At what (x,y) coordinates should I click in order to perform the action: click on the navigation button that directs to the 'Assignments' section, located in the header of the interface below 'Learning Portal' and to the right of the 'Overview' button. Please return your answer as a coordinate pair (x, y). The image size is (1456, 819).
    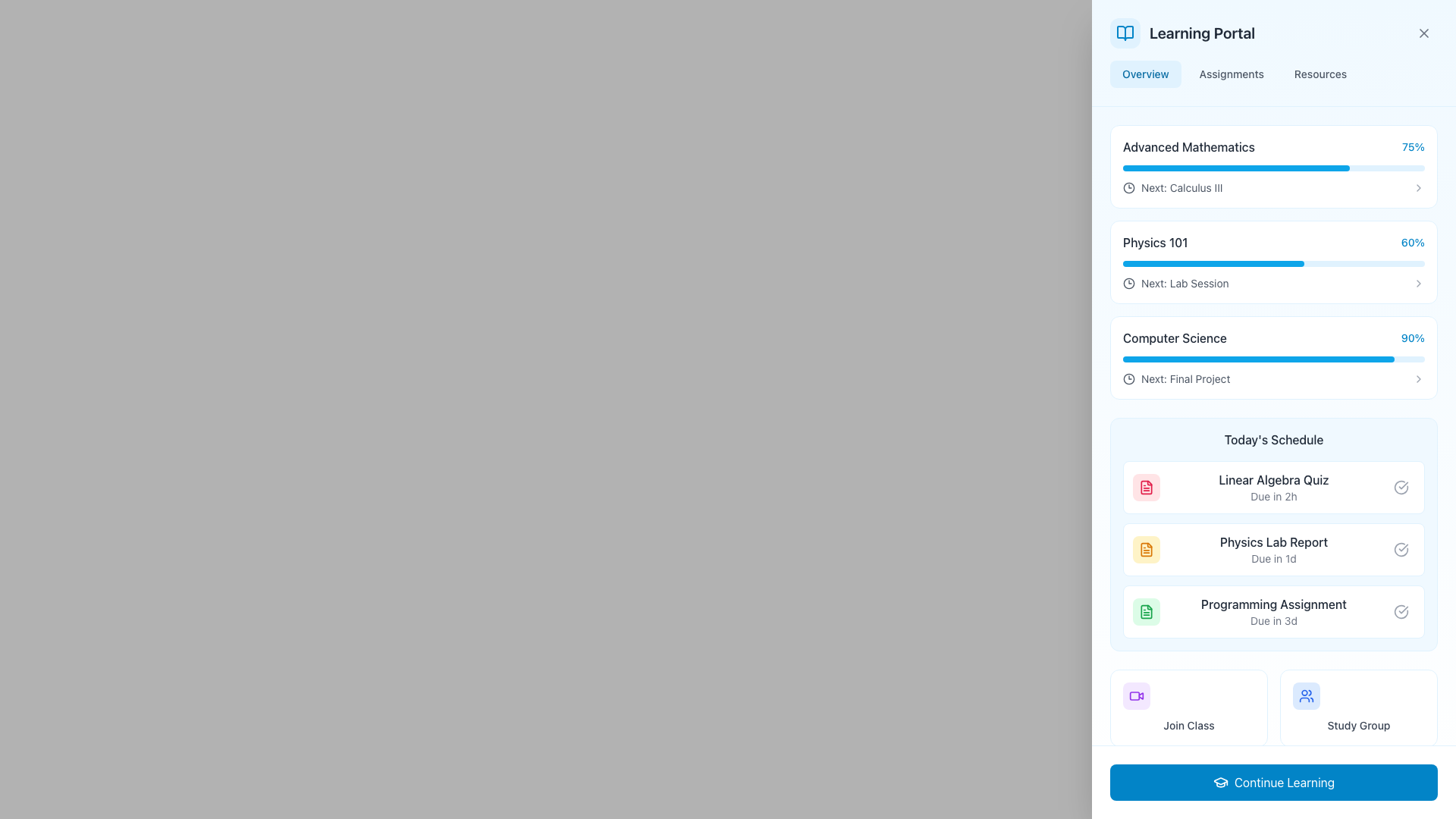
    Looking at the image, I should click on (1232, 74).